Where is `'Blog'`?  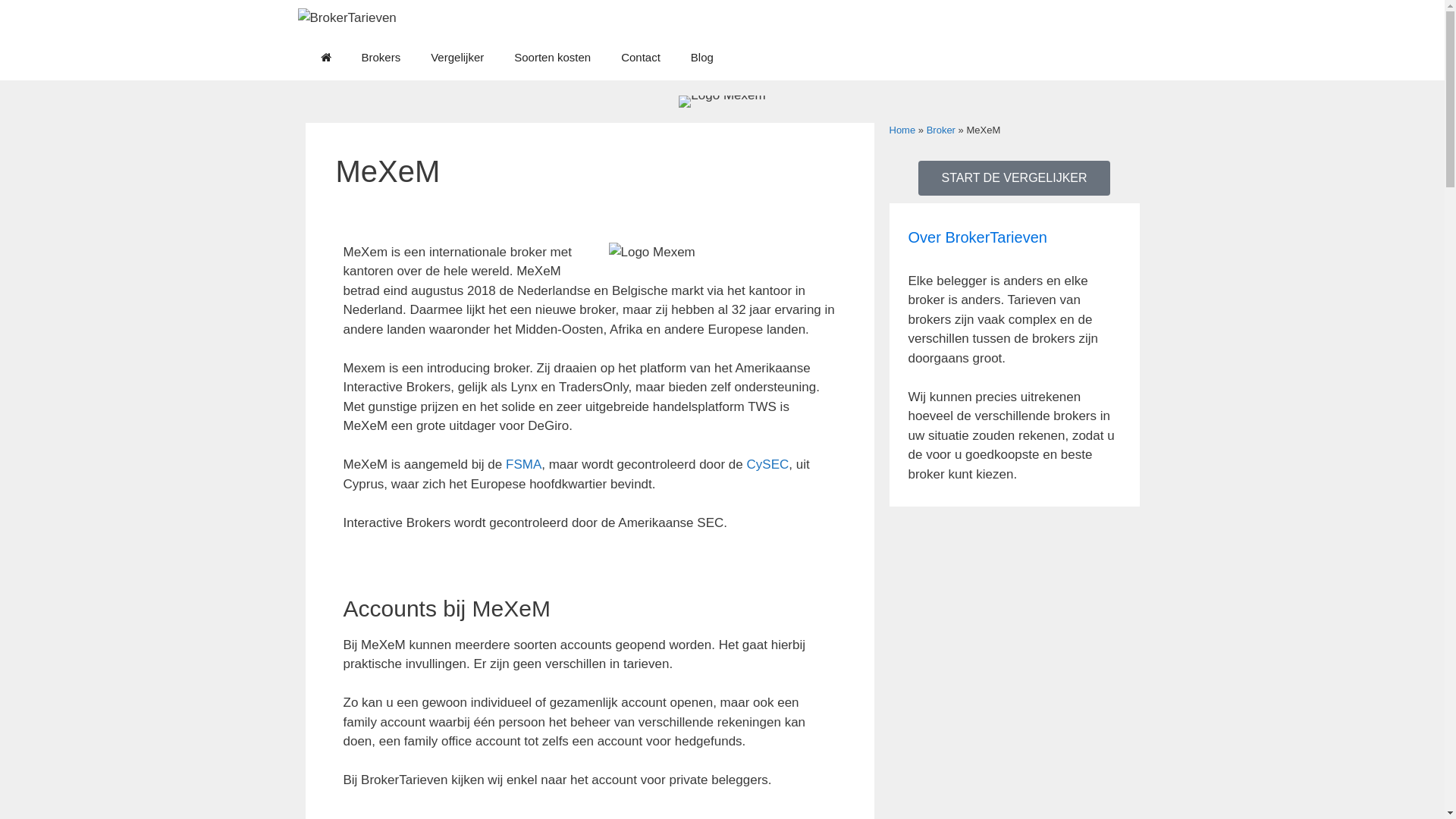
'Blog' is located at coordinates (701, 57).